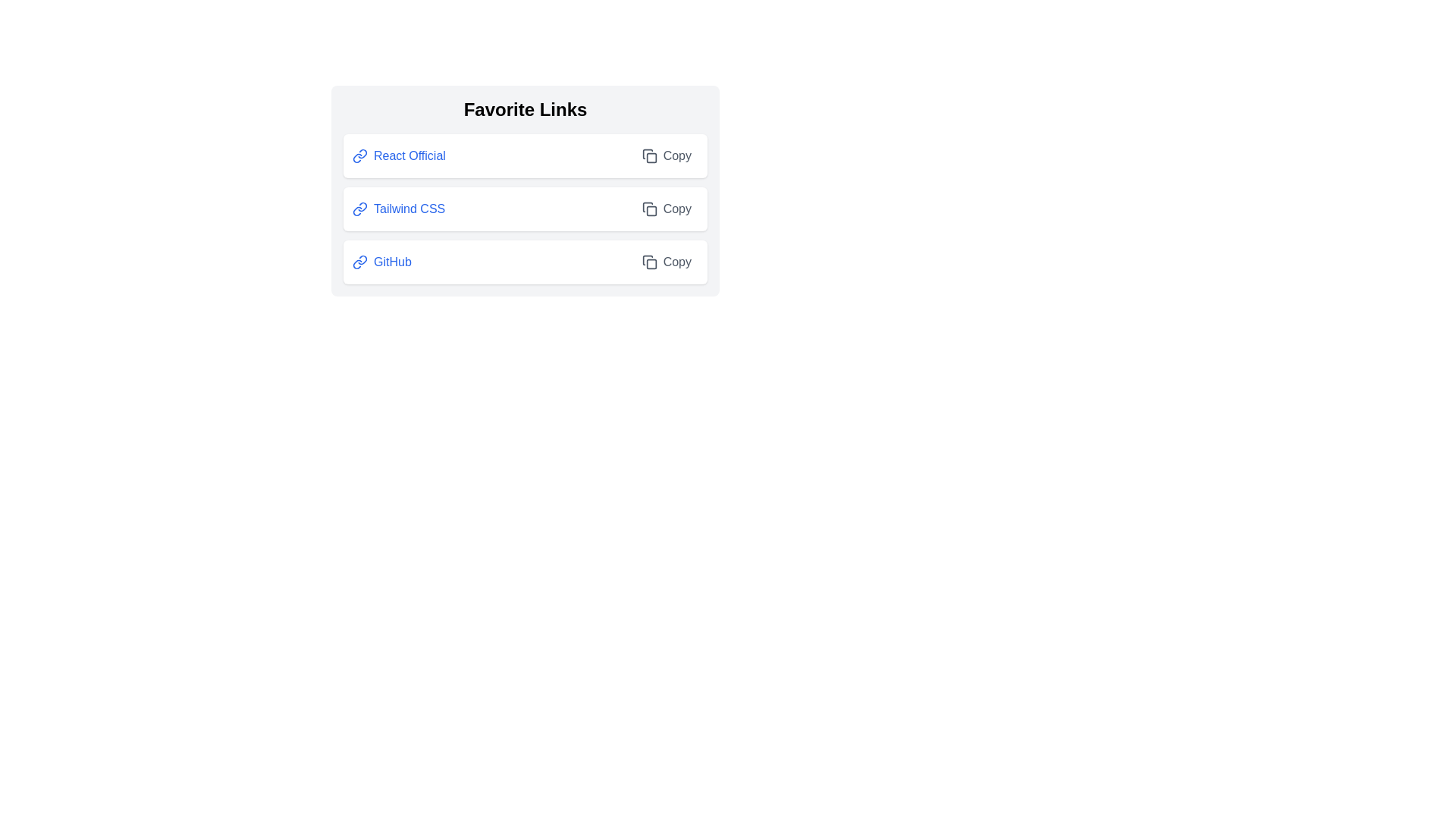  Describe the element at coordinates (676, 209) in the screenshot. I see `the 'Copy' text element within the second button, which is located to the right of the 'Tailwind CSS' link in a vertical list` at that location.